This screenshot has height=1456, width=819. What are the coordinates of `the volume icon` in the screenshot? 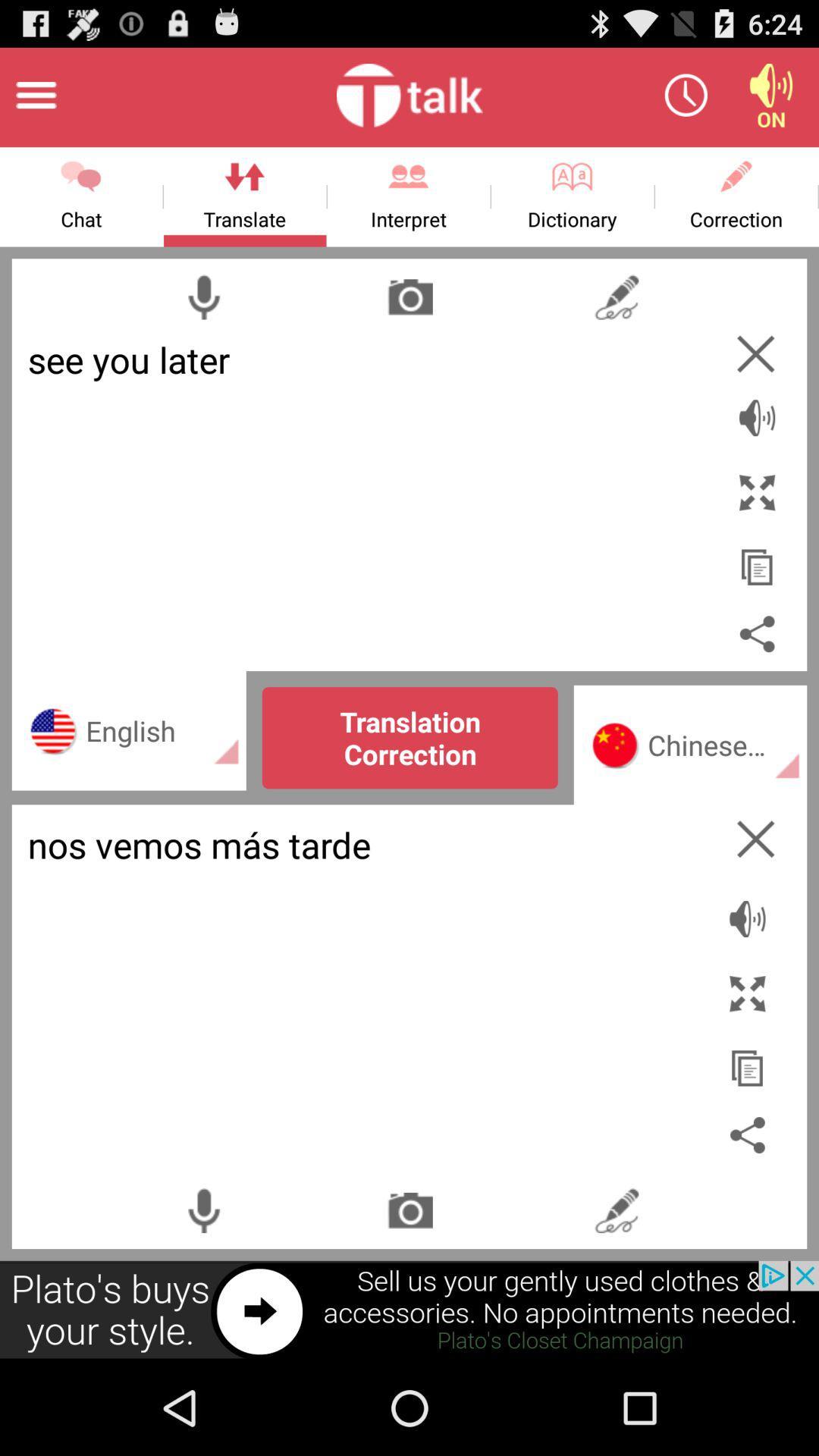 It's located at (751, 974).